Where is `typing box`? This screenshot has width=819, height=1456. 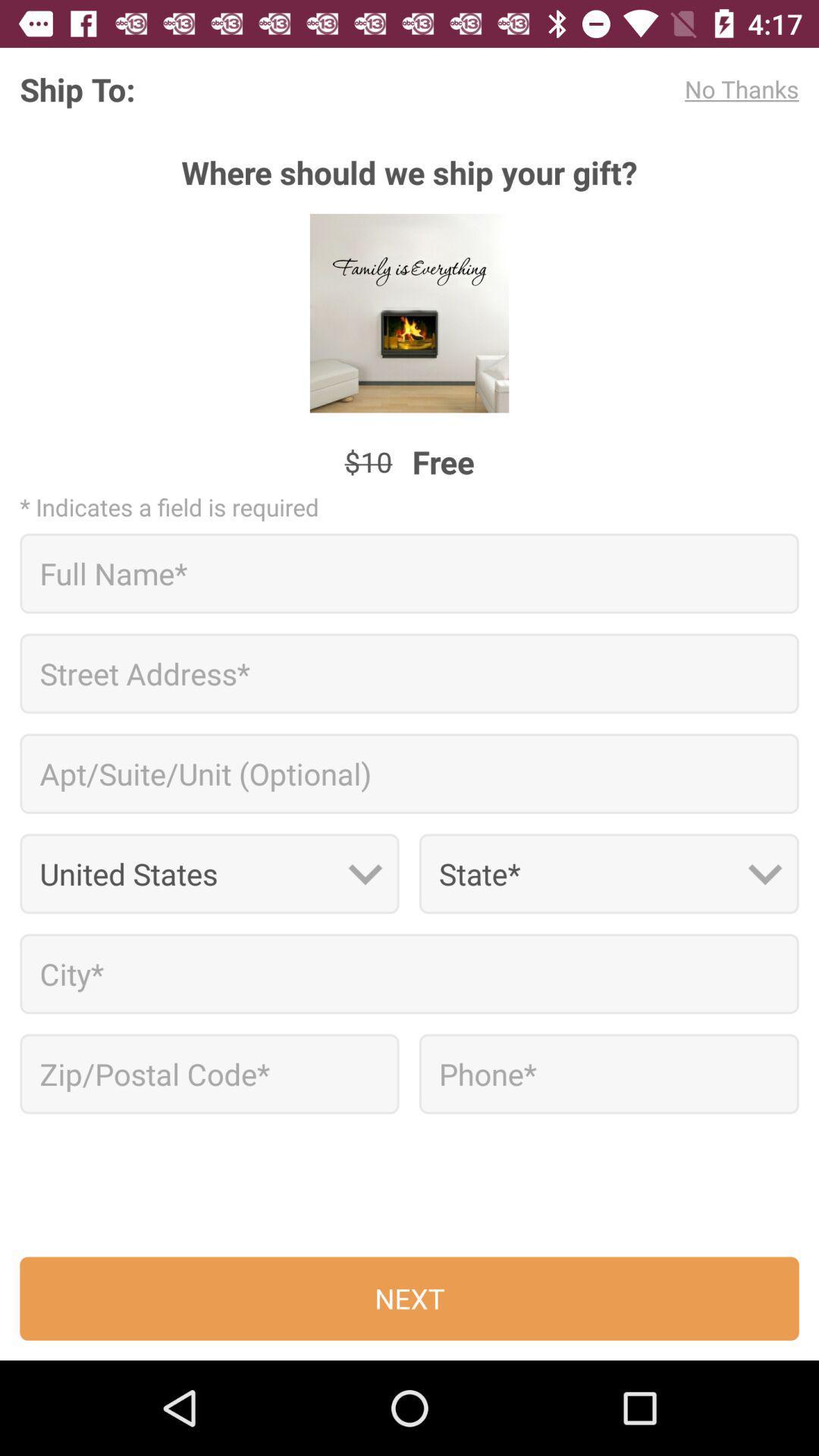 typing box is located at coordinates (409, 974).